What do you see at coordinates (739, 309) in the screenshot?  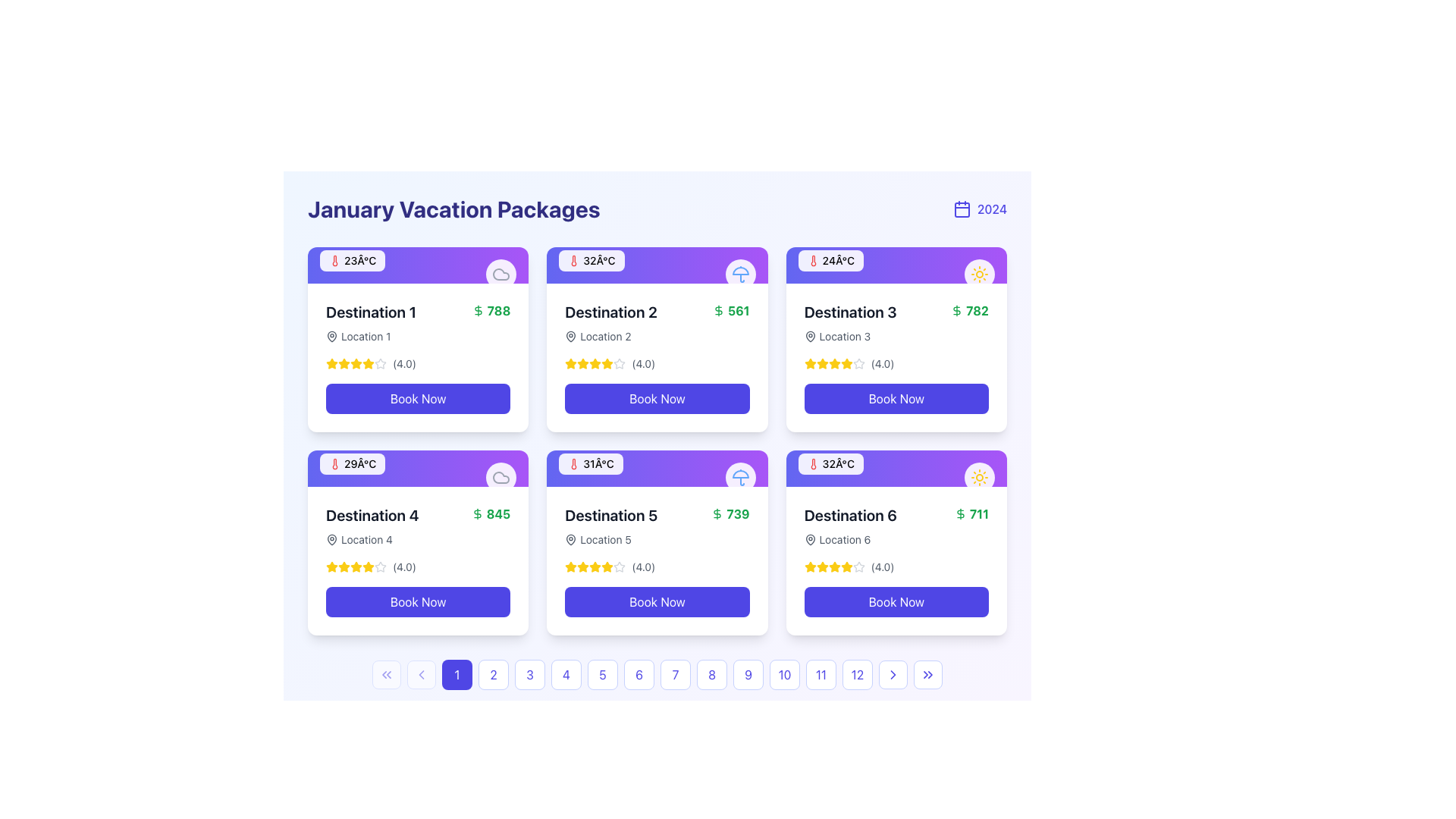 I see `the text label indicating the price in USD next to the green dollar sign icon on the card labeled 'Destination 2'` at bounding box center [739, 309].